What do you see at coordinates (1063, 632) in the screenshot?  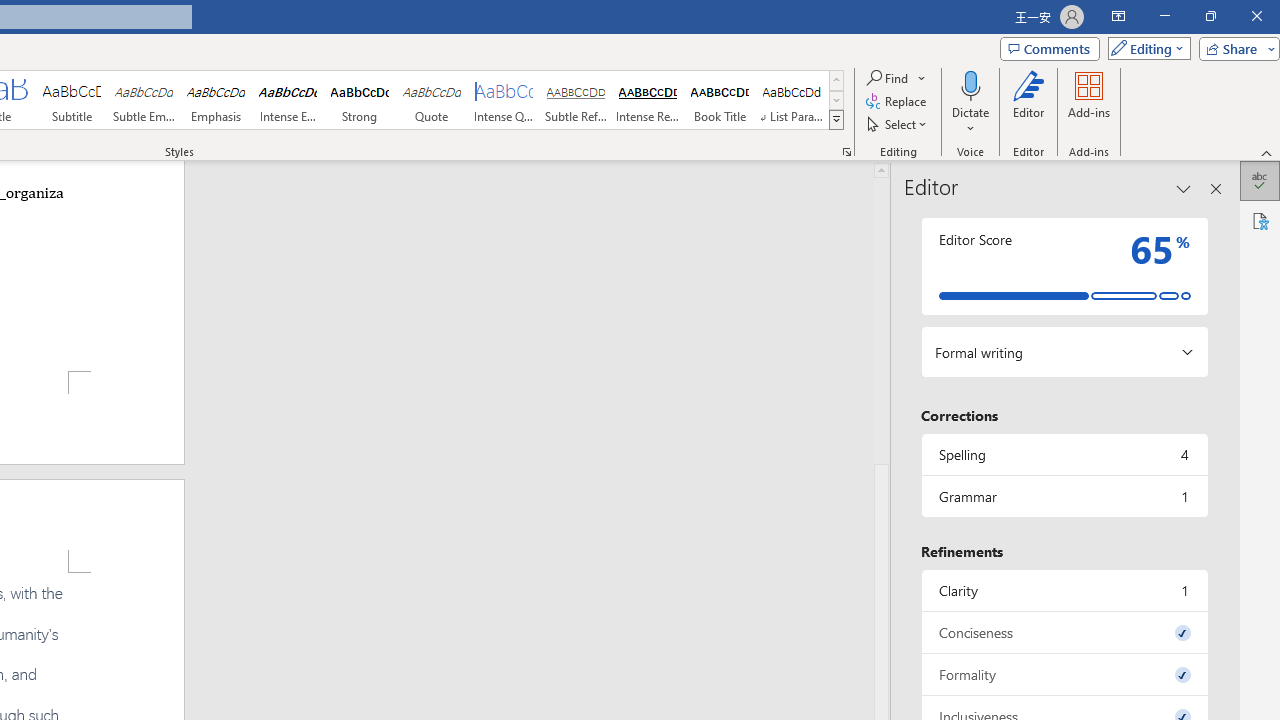 I see `'Conciseness, 0 issues. Press space or enter to review items.'` at bounding box center [1063, 632].